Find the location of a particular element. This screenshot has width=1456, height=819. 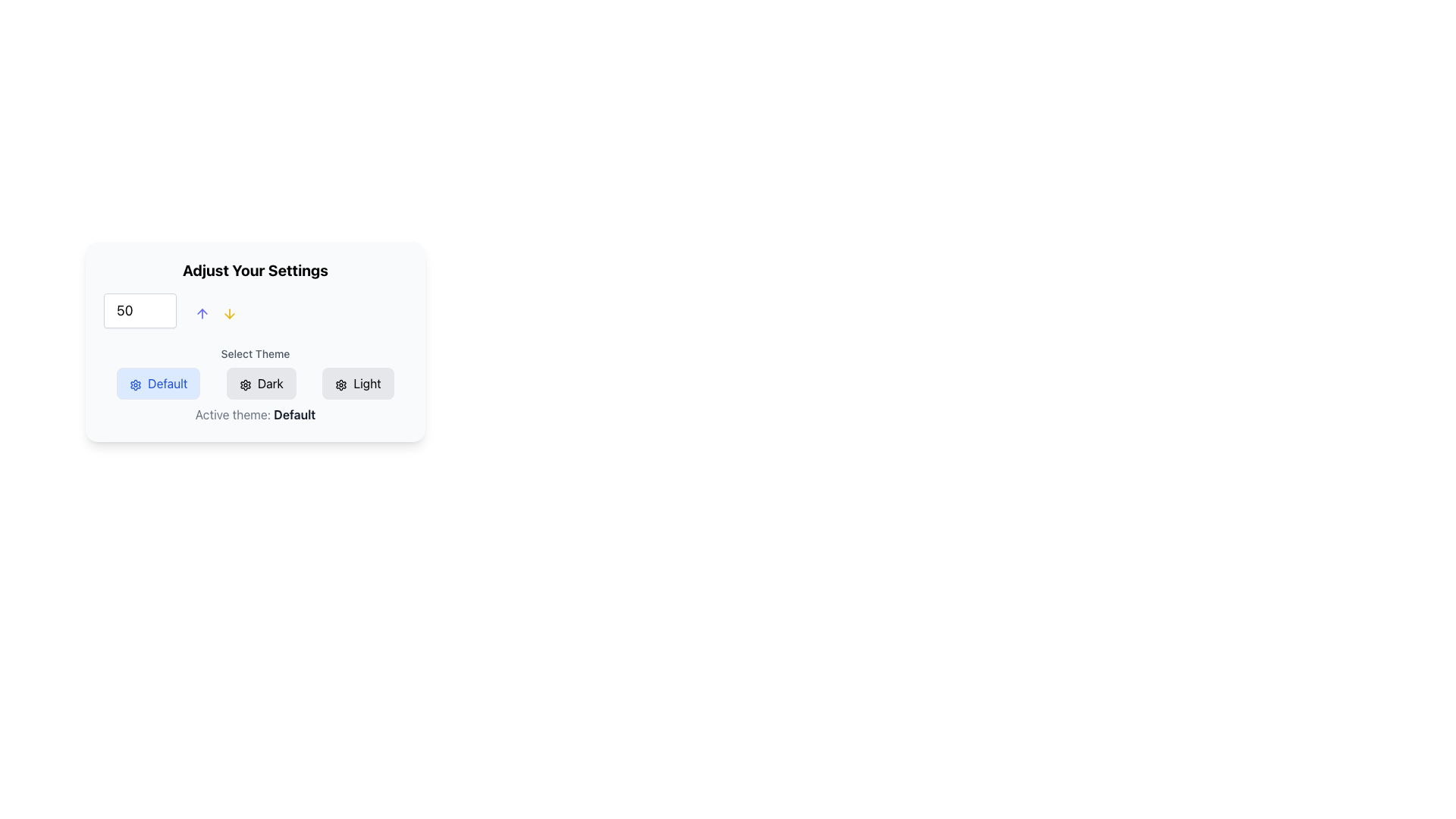

the Icon Button with a downward arrow located next to the numerical input box displaying '50' in the settings panel is located at coordinates (228, 312).